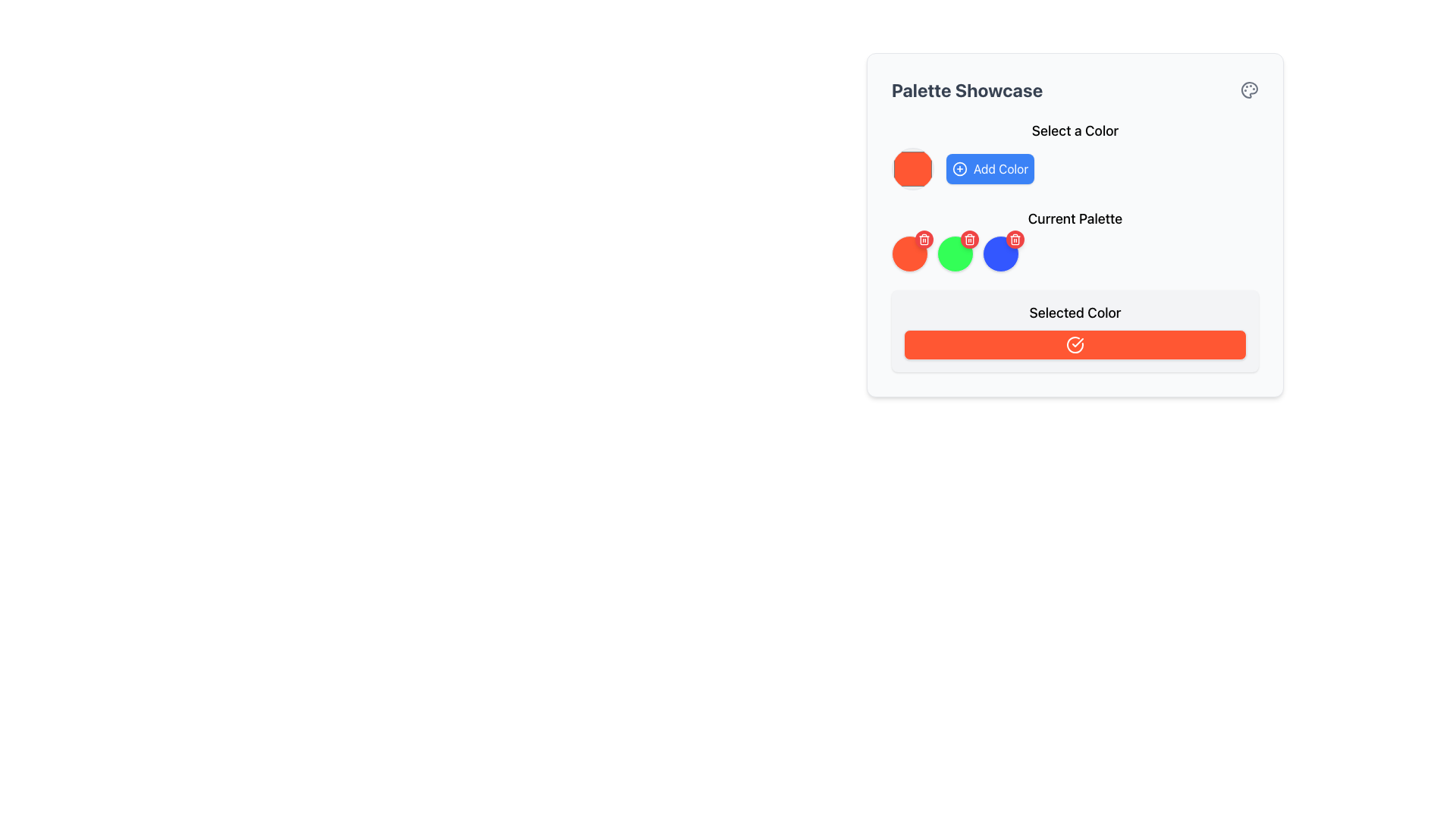 This screenshot has height=819, width=1456. What do you see at coordinates (924, 239) in the screenshot?
I see `the delete button located in the top-right corner of the circular element in the 'Current Palette' section of the 'Palette Showcase' interface` at bounding box center [924, 239].